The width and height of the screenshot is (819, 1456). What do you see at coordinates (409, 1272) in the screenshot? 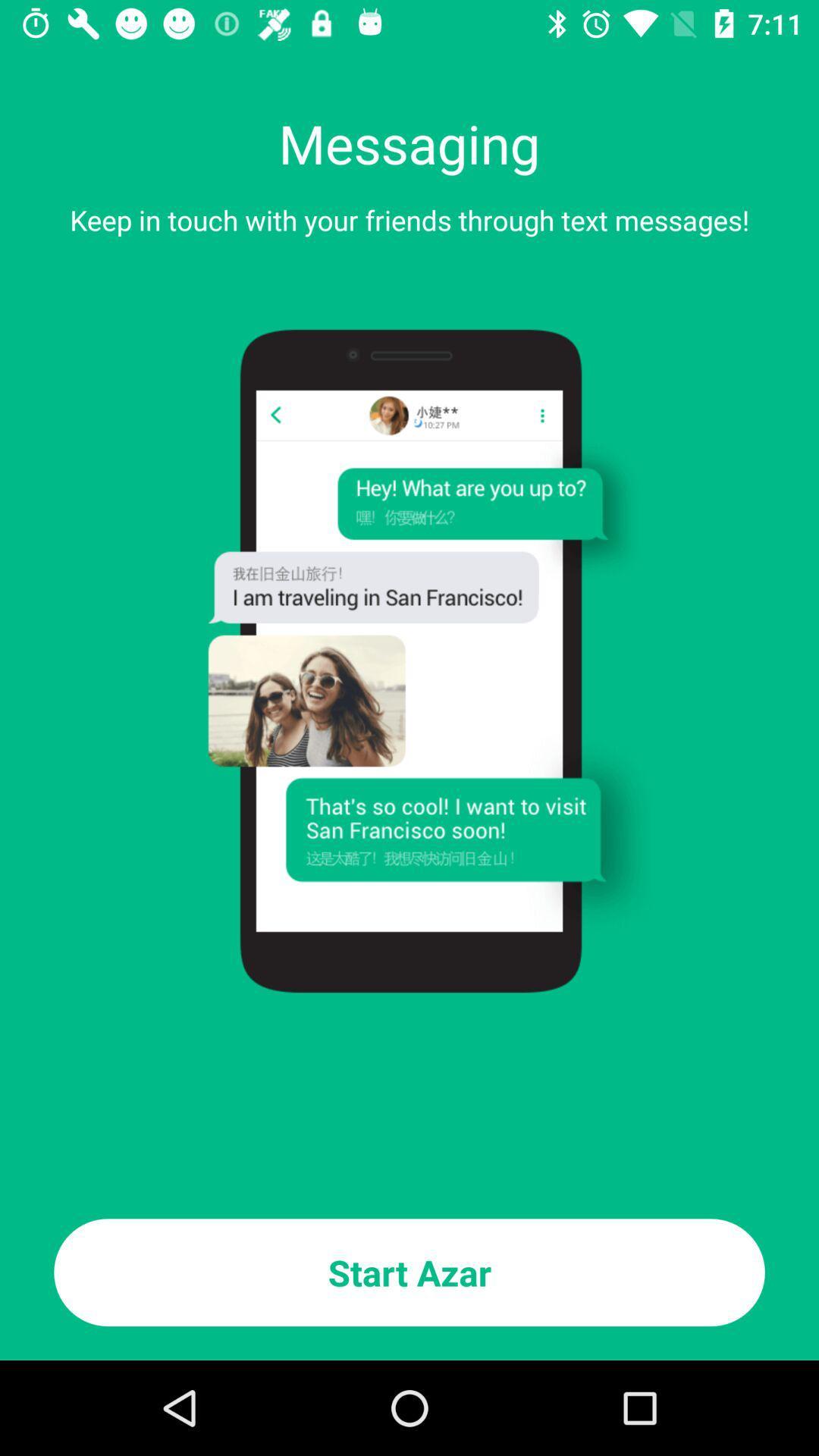
I see `start azar` at bounding box center [409, 1272].